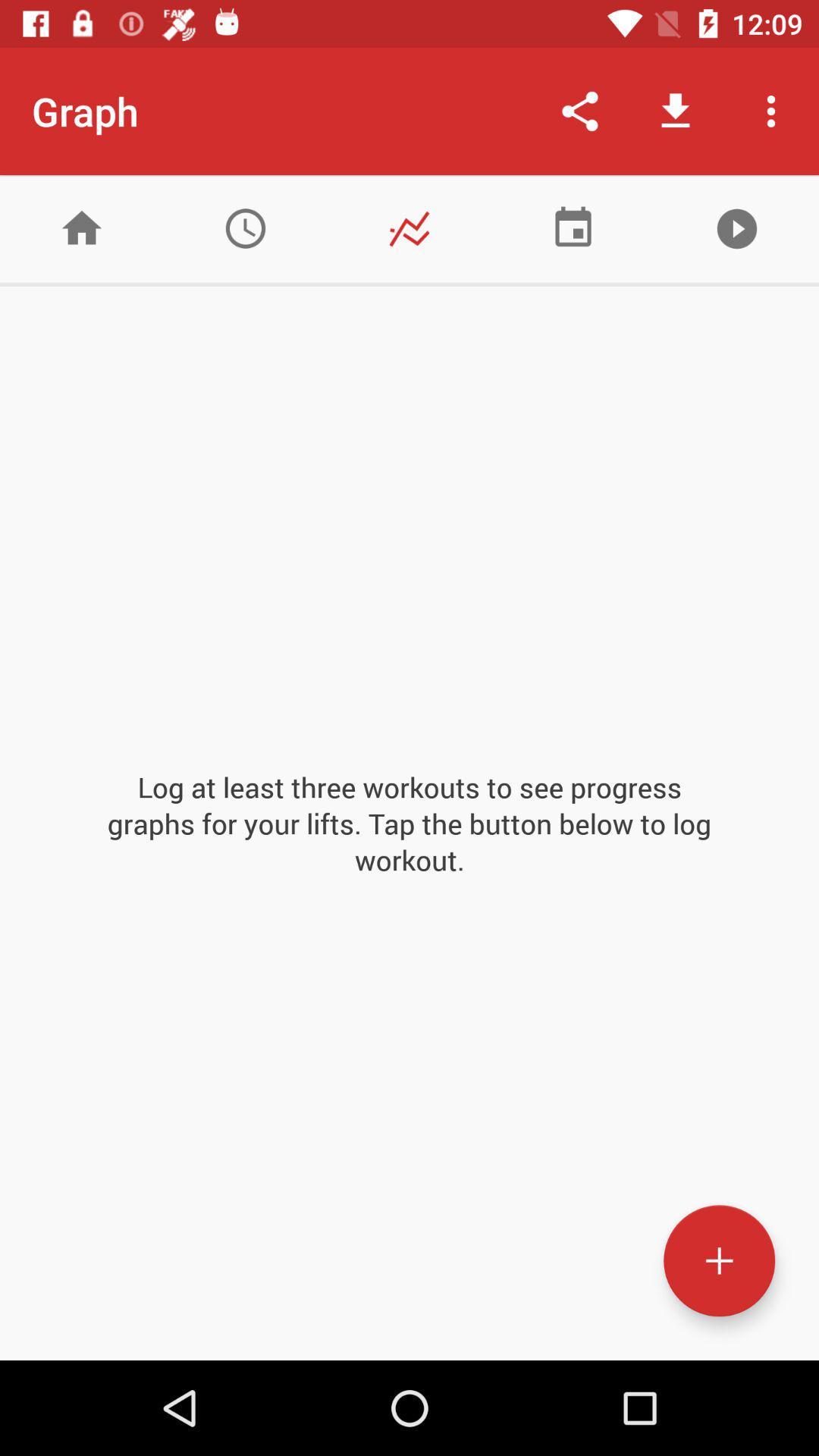  I want to click on the add icon, so click(718, 1260).